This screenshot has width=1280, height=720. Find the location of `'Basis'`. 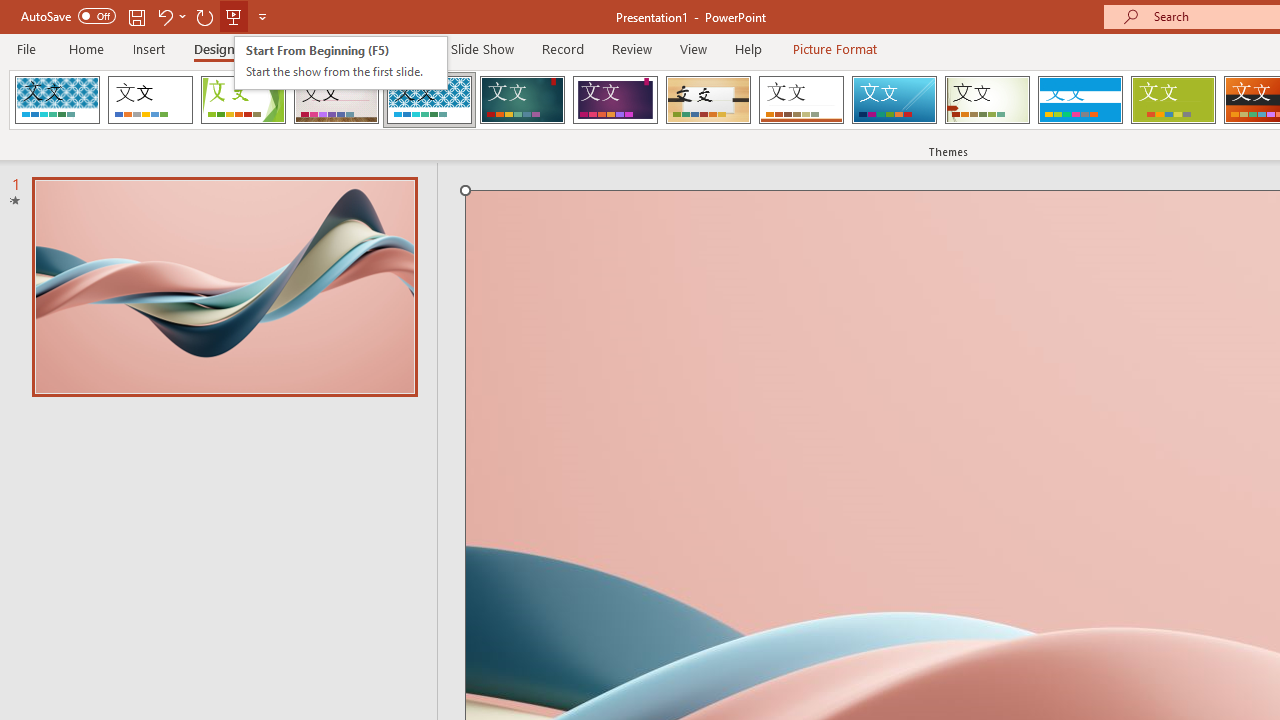

'Basis' is located at coordinates (1173, 100).